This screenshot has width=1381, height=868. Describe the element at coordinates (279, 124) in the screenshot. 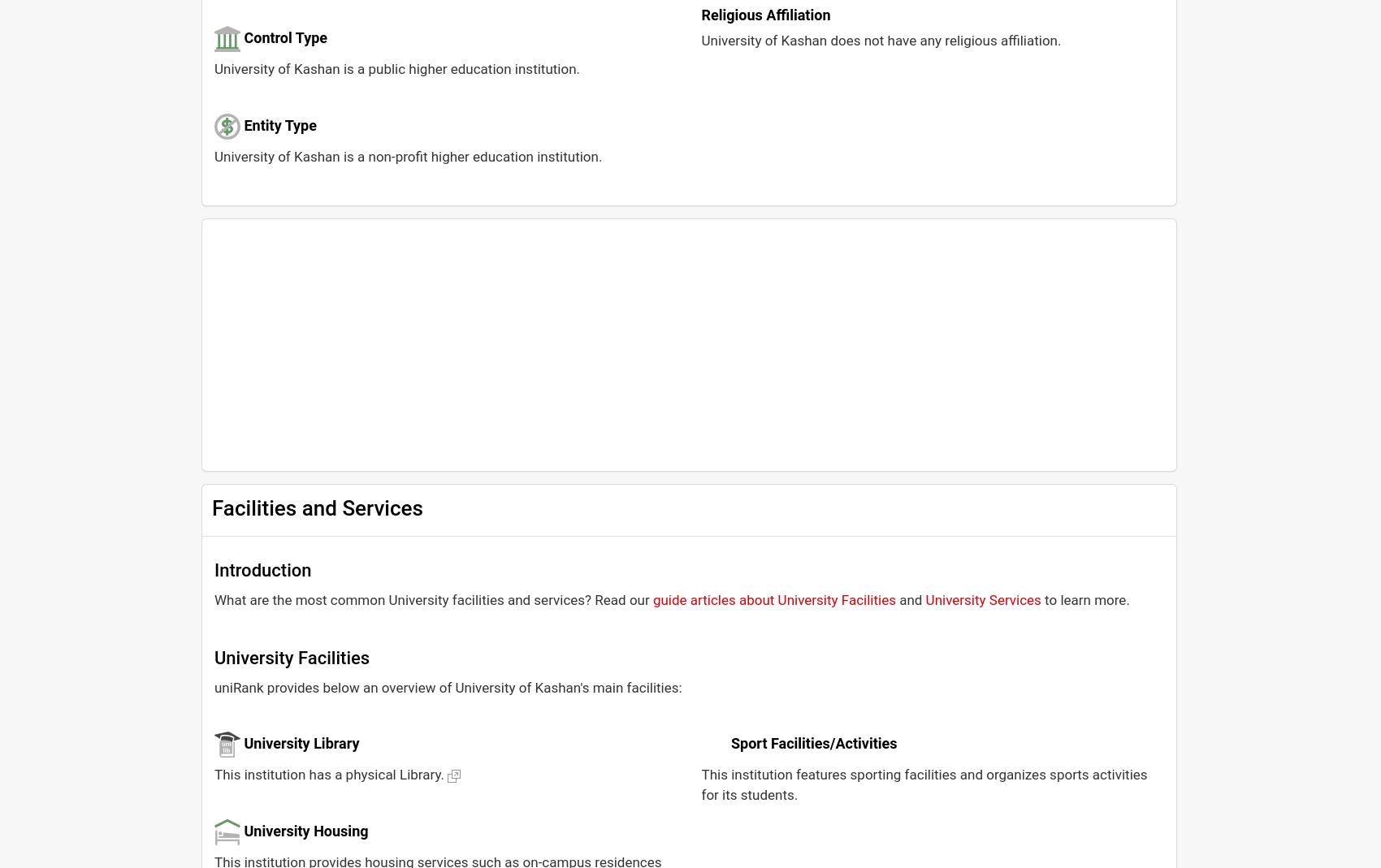

I see `'Entity Type'` at that location.